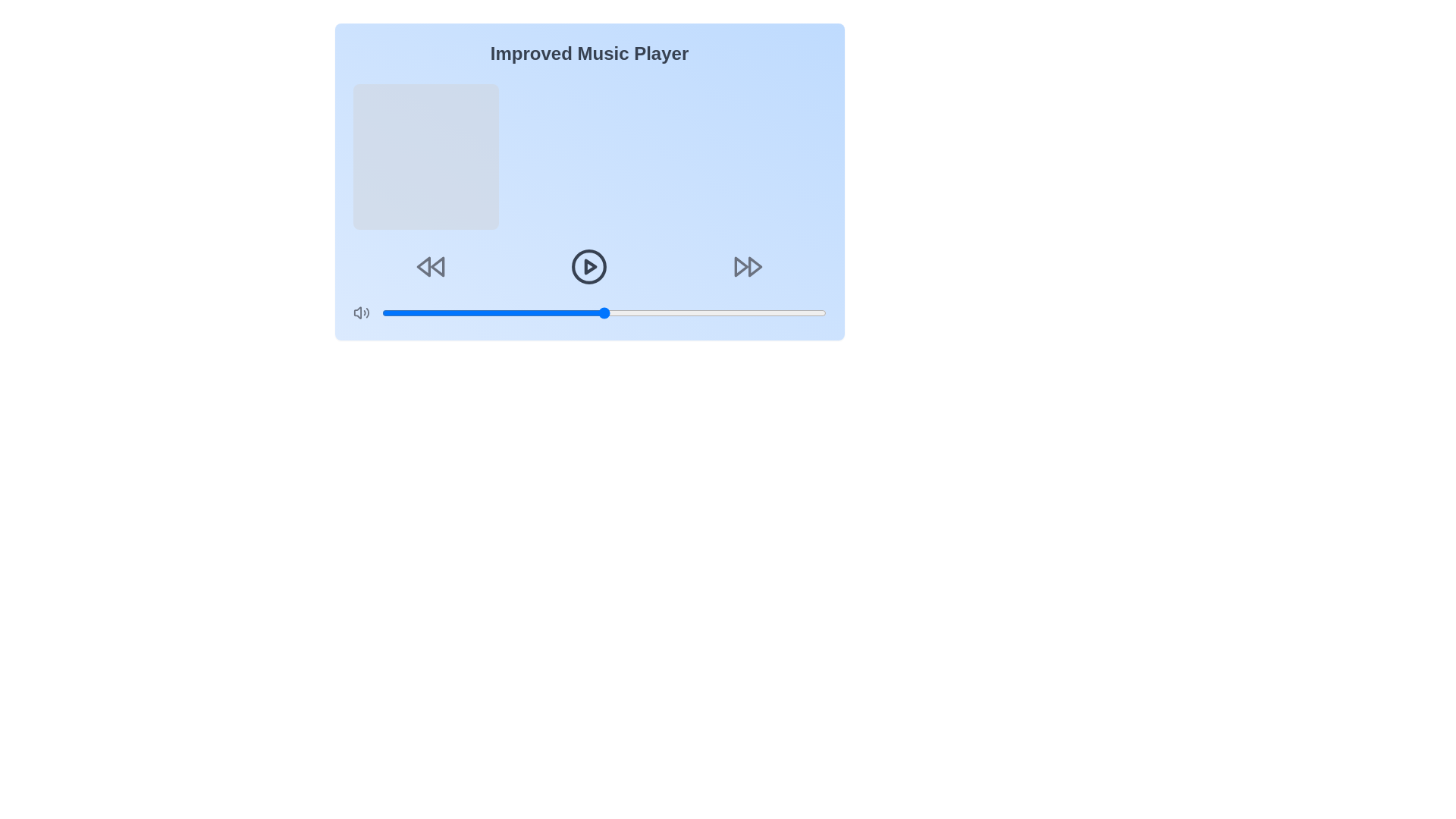 Image resolution: width=1456 pixels, height=819 pixels. What do you see at coordinates (391, 312) in the screenshot?
I see `the volume` at bounding box center [391, 312].